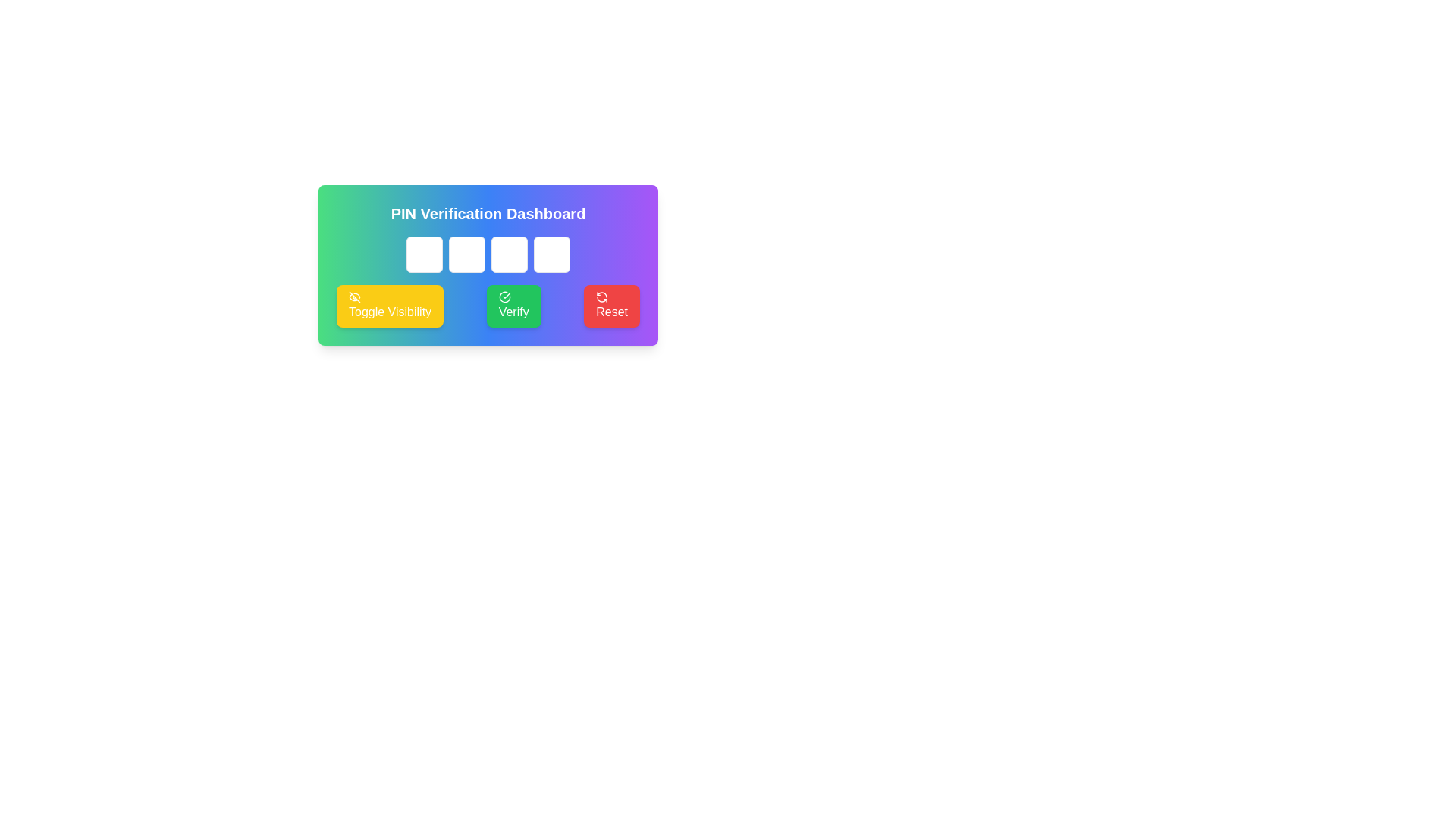  I want to click on the icon within the green 'Verify' button, which is centrally positioned and indicates the function of verification or confirmation, so click(504, 297).